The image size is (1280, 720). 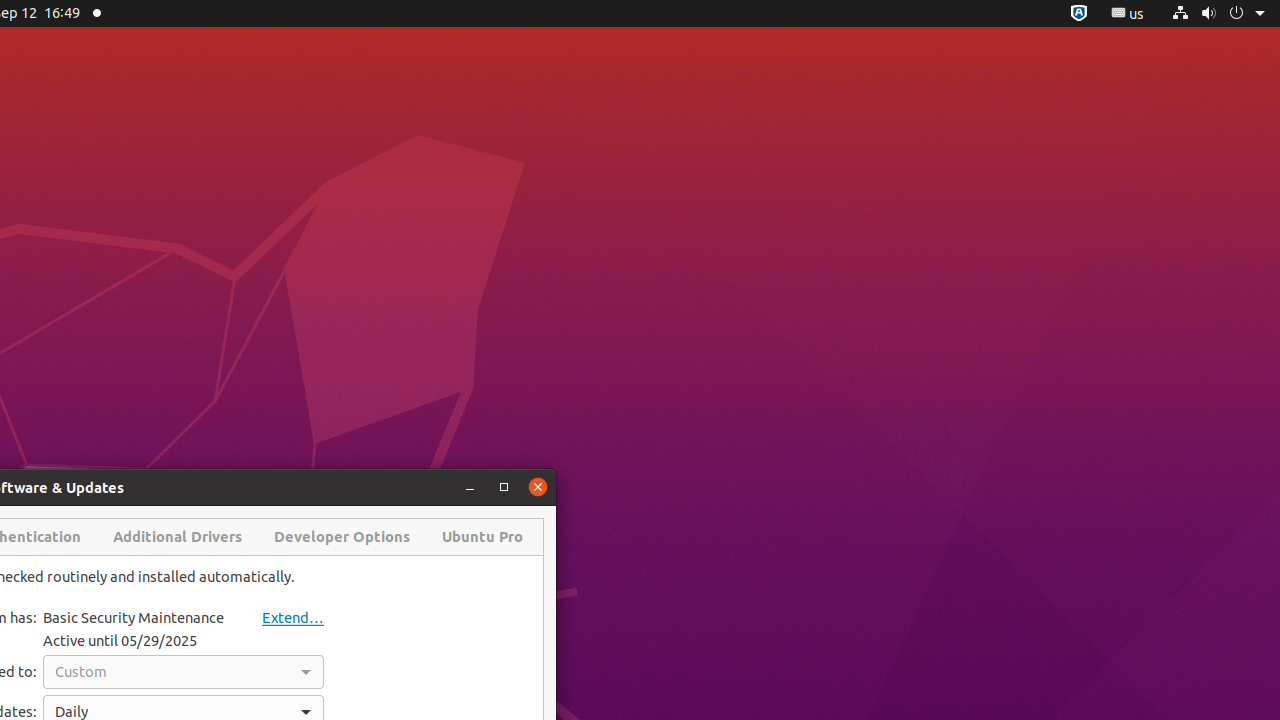 I want to click on 'Ubuntu Pro', so click(x=482, y=535).